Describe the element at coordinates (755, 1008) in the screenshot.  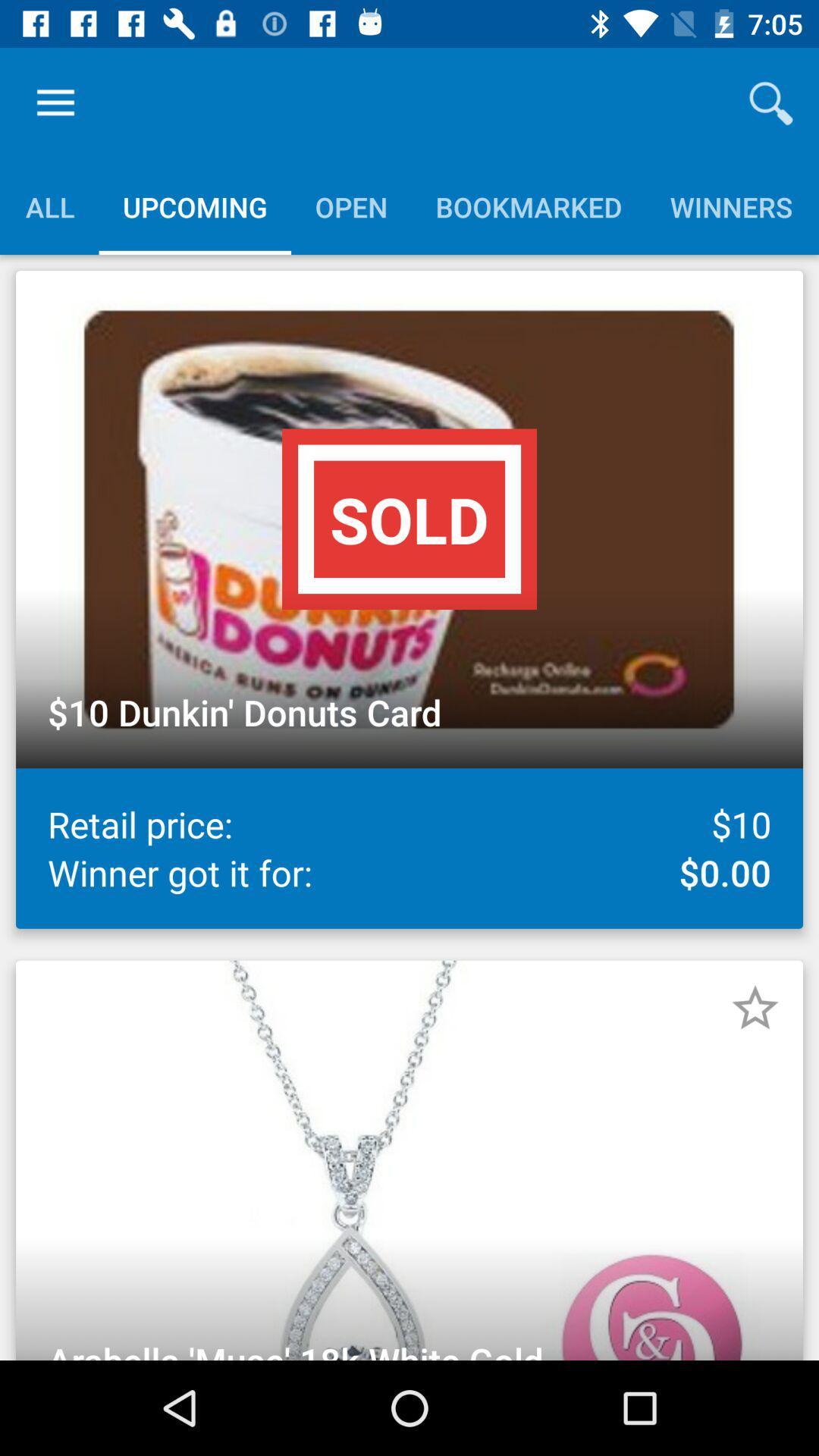
I see `icon at the bottom right corner` at that location.